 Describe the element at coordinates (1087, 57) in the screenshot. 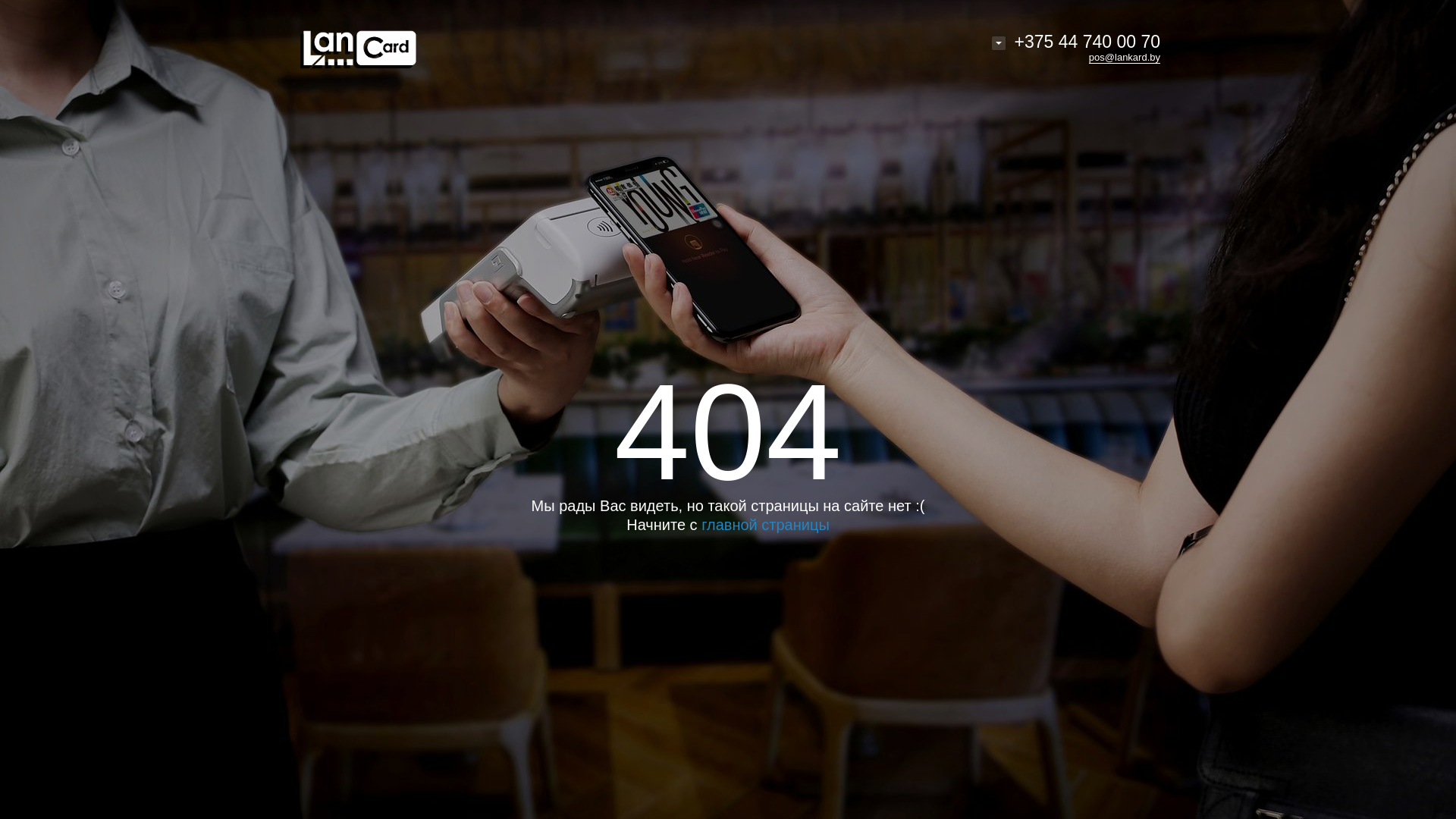

I see `'pos@lankard.by'` at that location.